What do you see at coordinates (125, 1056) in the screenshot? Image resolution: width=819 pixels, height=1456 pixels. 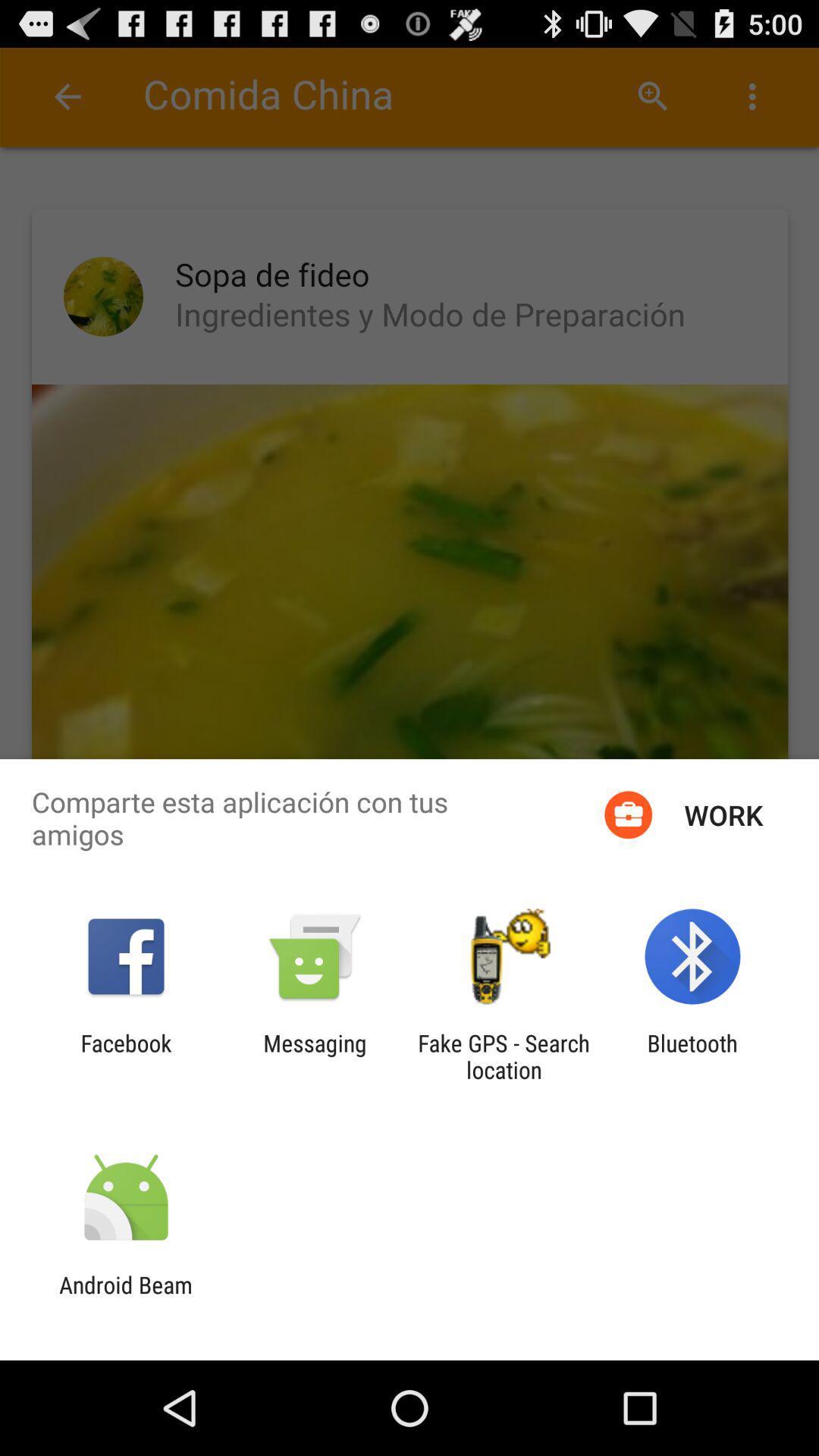 I see `the facebook icon` at bounding box center [125, 1056].